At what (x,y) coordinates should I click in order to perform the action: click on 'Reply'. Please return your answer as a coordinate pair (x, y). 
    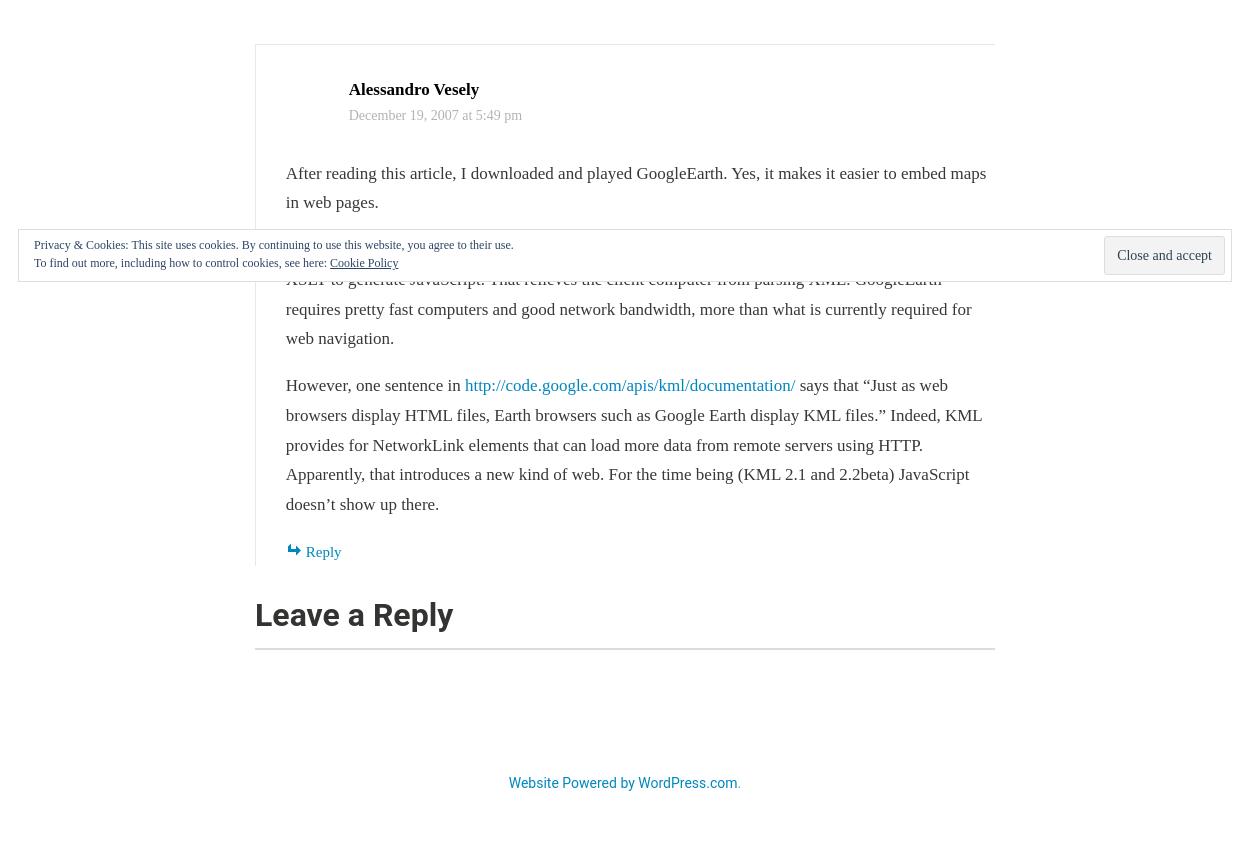
    Looking at the image, I should click on (305, 549).